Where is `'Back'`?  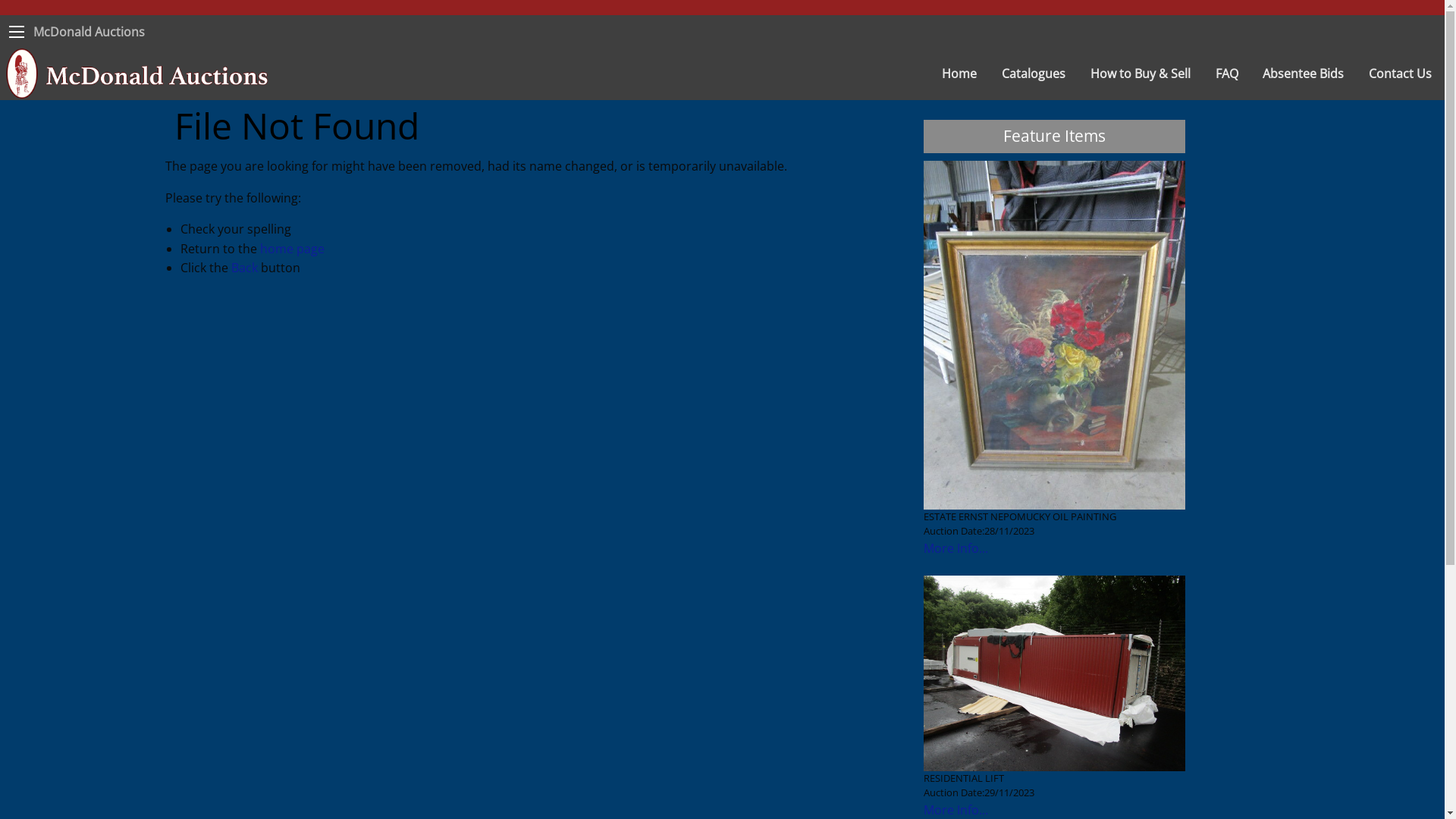 'Back' is located at coordinates (243, 267).